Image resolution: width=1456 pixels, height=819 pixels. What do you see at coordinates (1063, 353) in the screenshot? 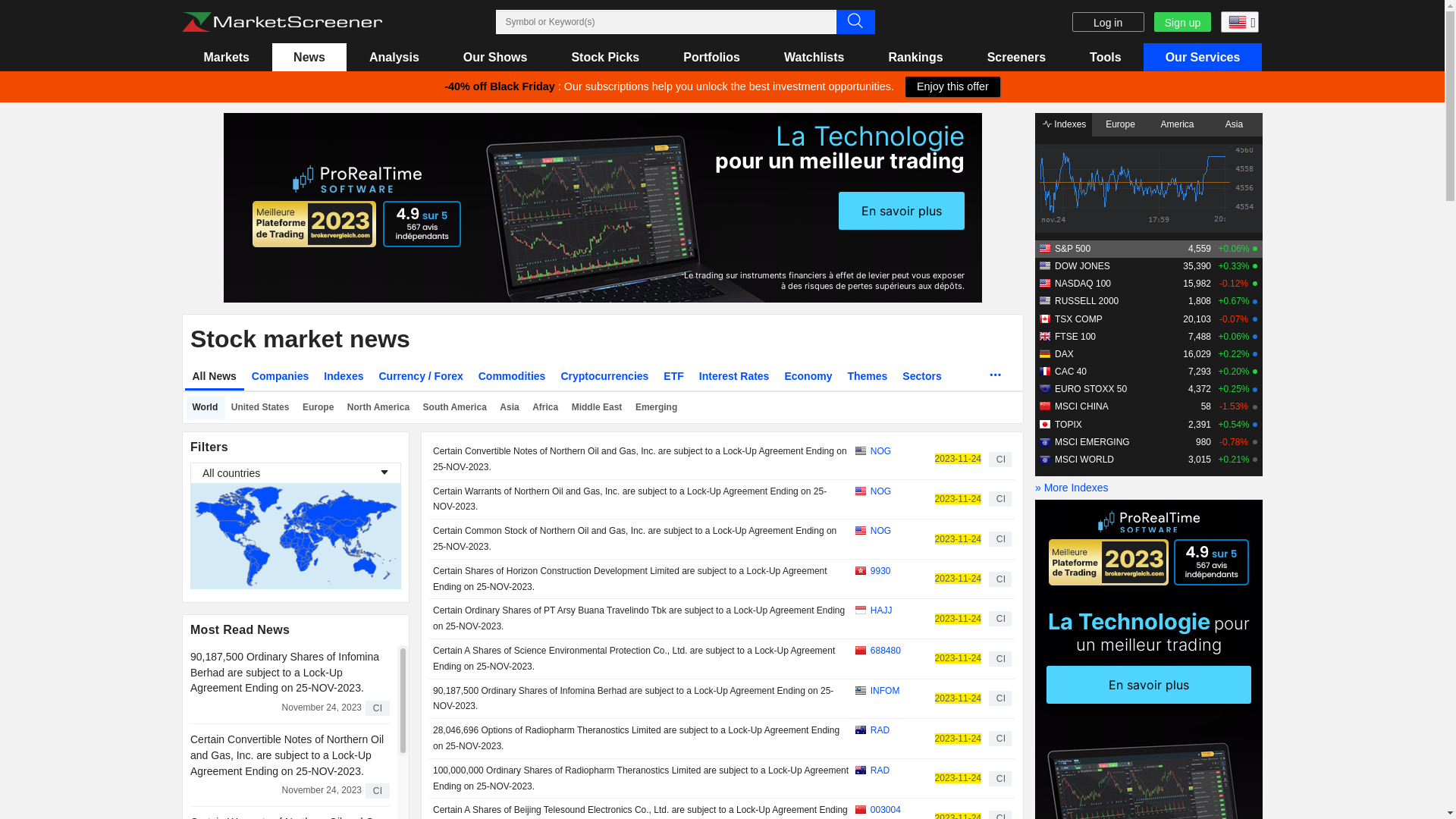
I see `'DAX'` at bounding box center [1063, 353].